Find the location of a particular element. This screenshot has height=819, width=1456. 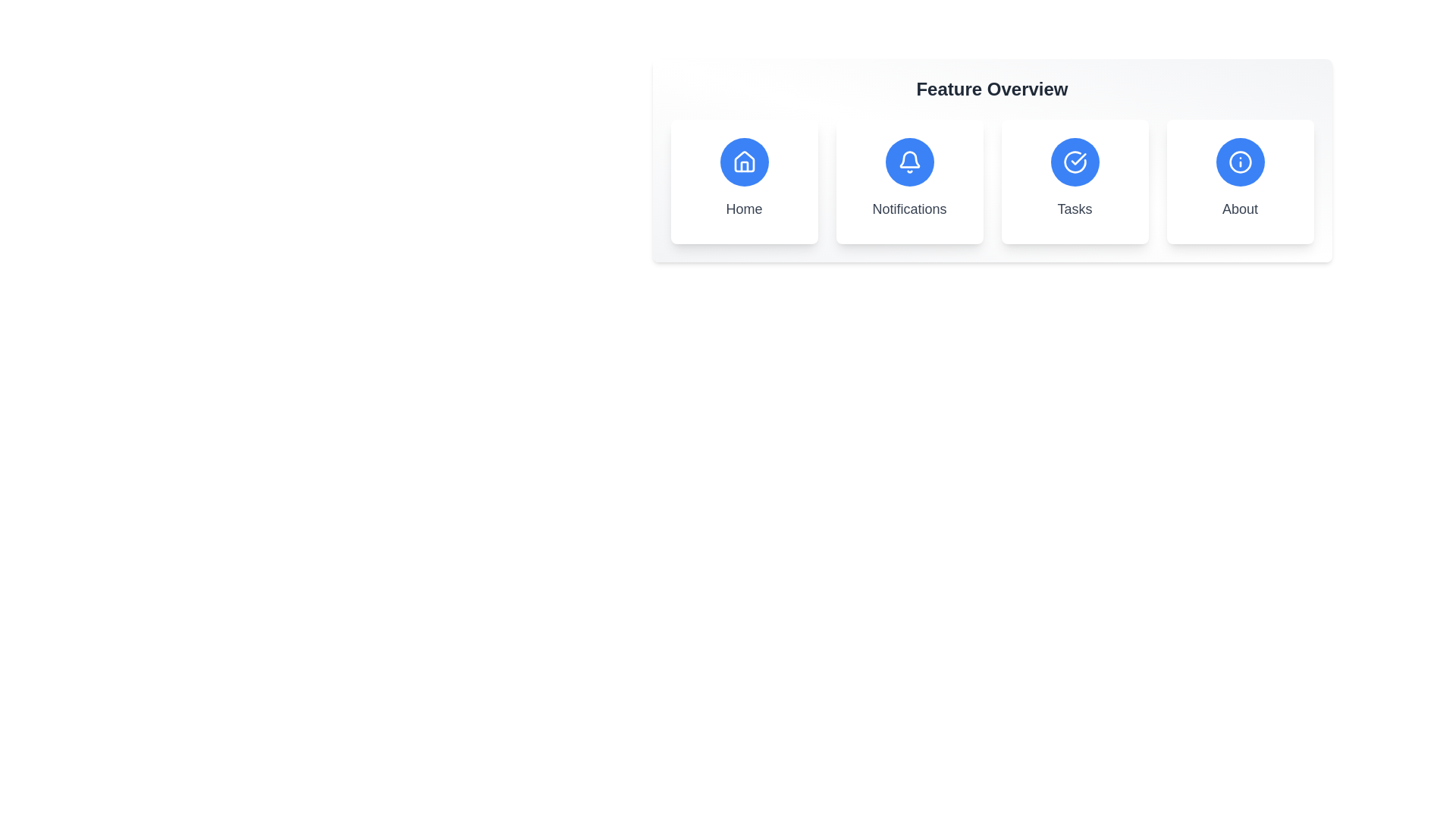

the circular button with a blue background and a white checkmark icon, located in the 'Tasks' card, to interact with the 'Tasks' feature is located at coordinates (1074, 162).